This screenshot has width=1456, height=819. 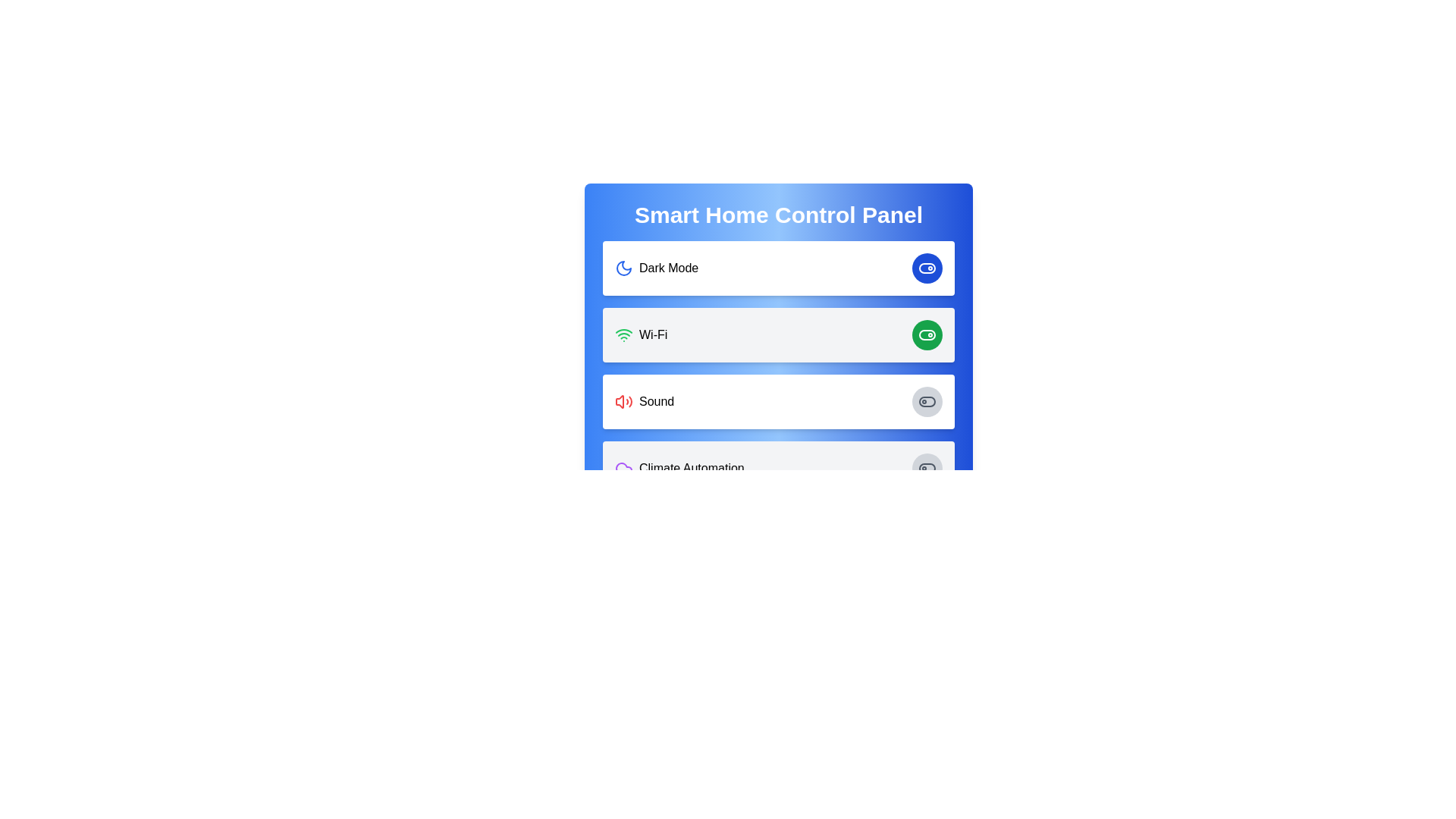 I want to click on the Dark Mode icon, which is located on the left side of the Dark Mode label in the settings list, so click(x=623, y=268).